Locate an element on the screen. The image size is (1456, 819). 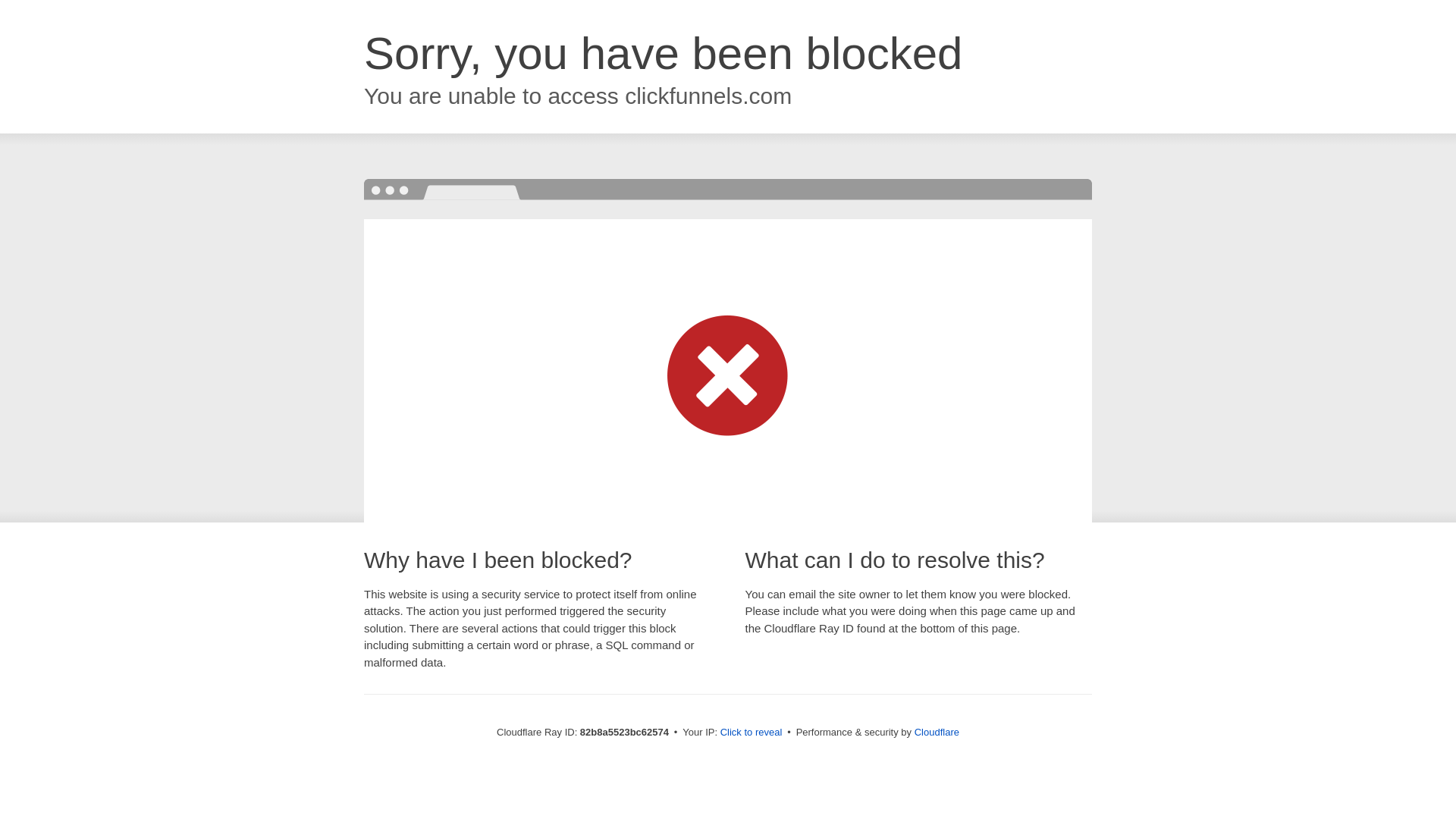
'Cloudflare' is located at coordinates (913, 731).